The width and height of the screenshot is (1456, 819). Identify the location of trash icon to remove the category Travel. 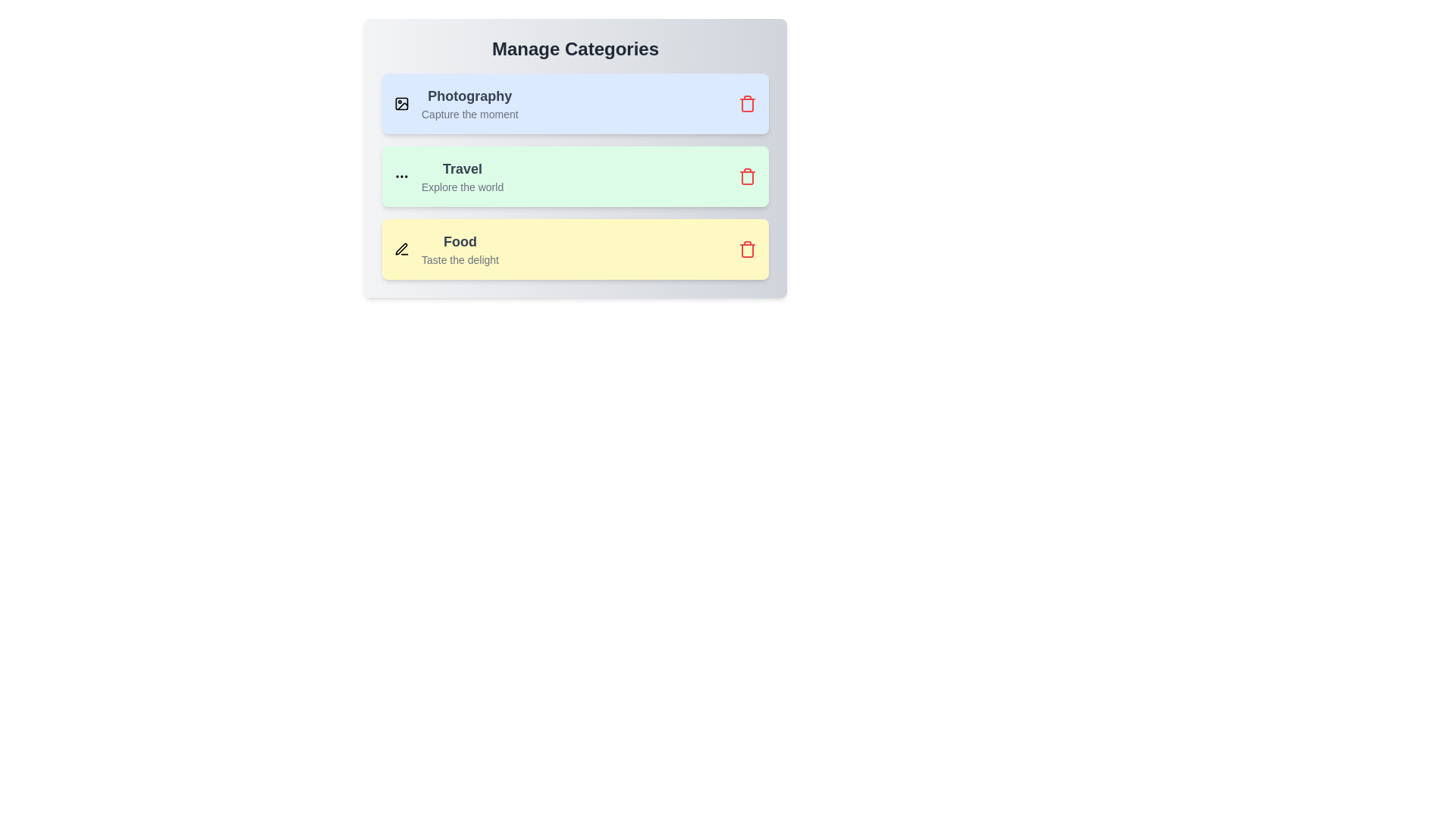
(747, 175).